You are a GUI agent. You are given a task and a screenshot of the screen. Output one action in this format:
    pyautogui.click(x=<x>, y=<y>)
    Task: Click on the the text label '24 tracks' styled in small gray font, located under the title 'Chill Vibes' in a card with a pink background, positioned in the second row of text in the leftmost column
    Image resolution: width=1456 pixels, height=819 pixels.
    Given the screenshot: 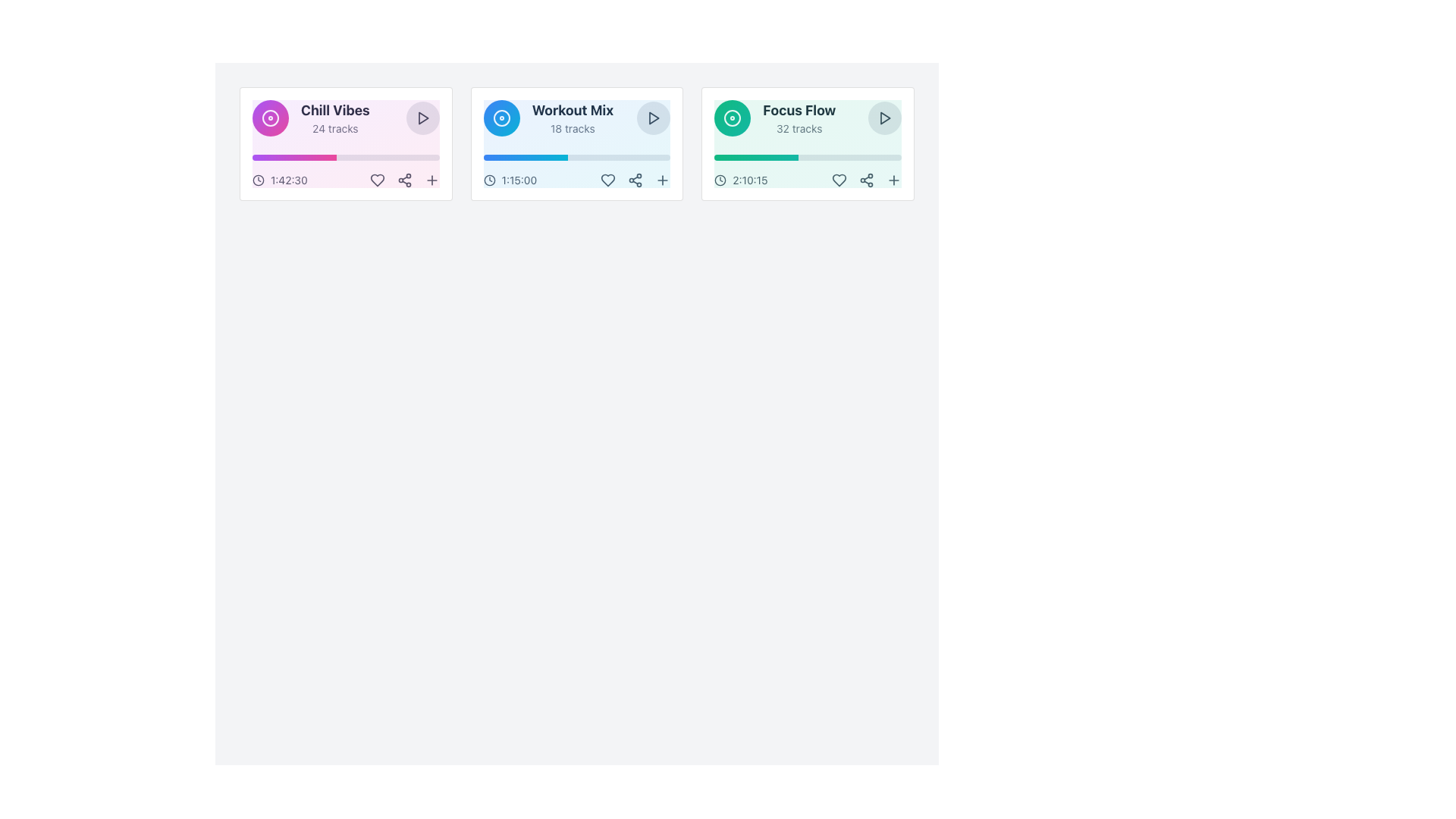 What is the action you would take?
    pyautogui.click(x=334, y=127)
    